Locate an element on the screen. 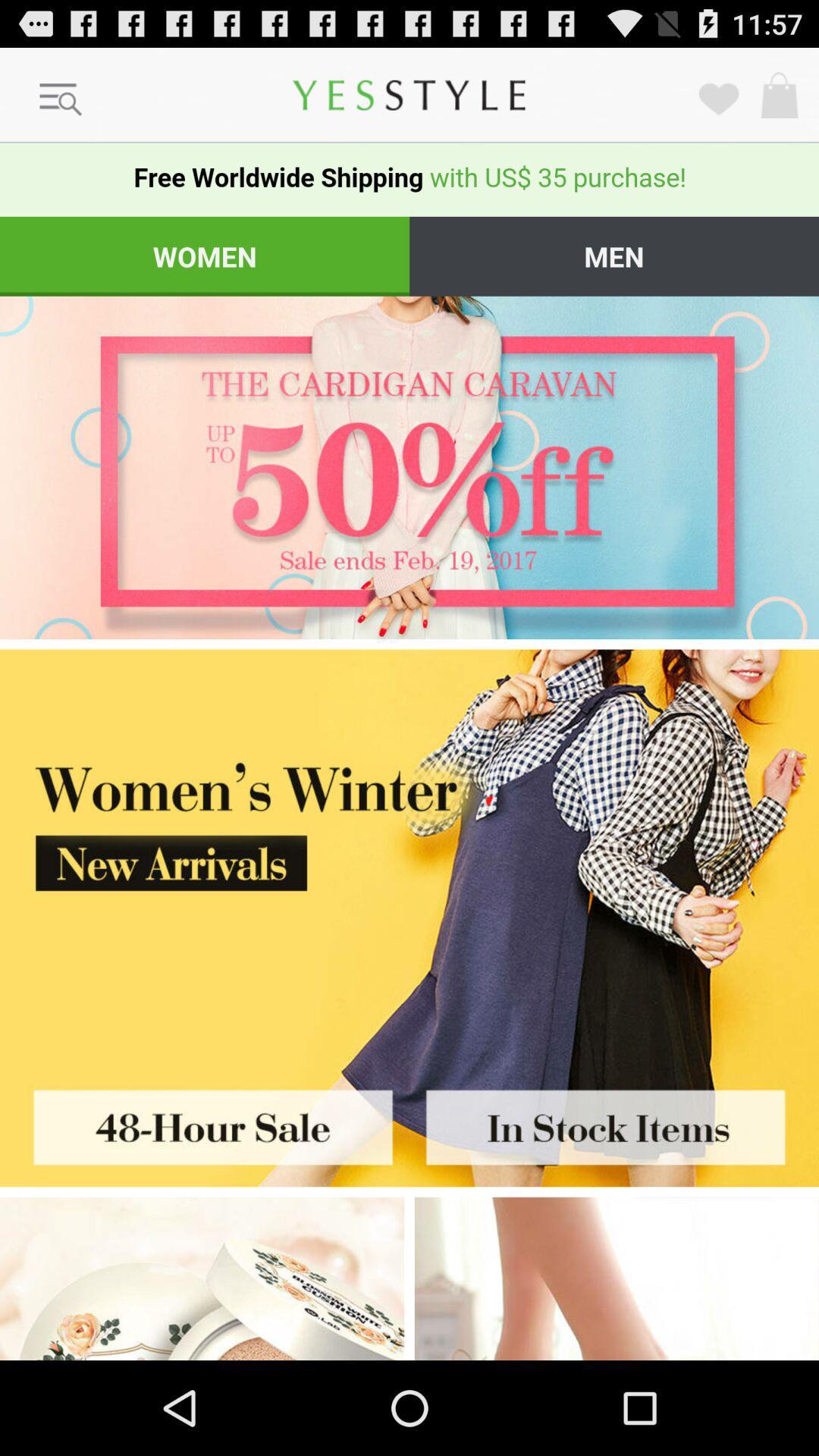 Image resolution: width=819 pixels, height=1456 pixels. link to 50 off is located at coordinates (409, 466).